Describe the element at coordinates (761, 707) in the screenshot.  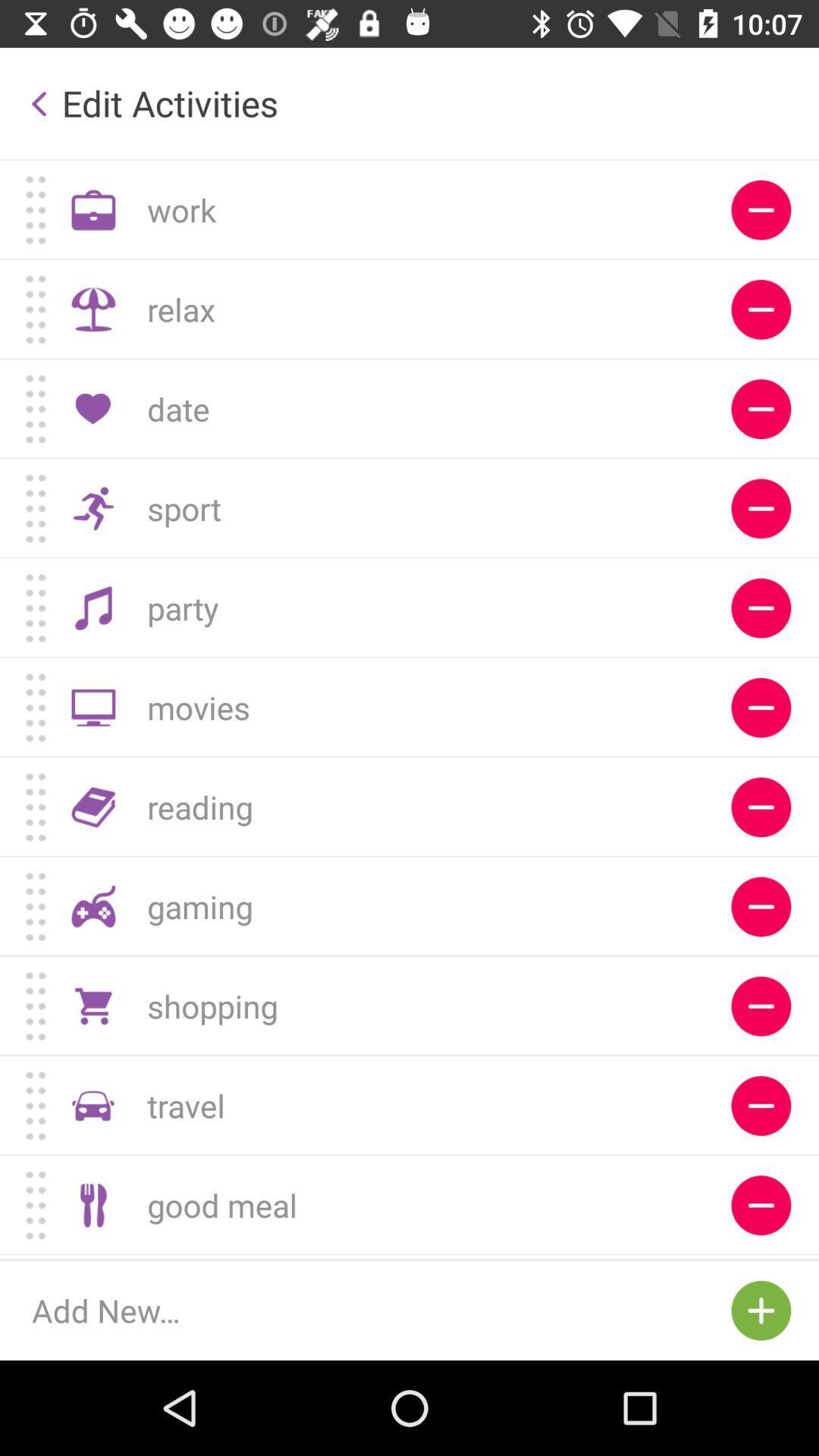
I see `delete movies activity` at that location.